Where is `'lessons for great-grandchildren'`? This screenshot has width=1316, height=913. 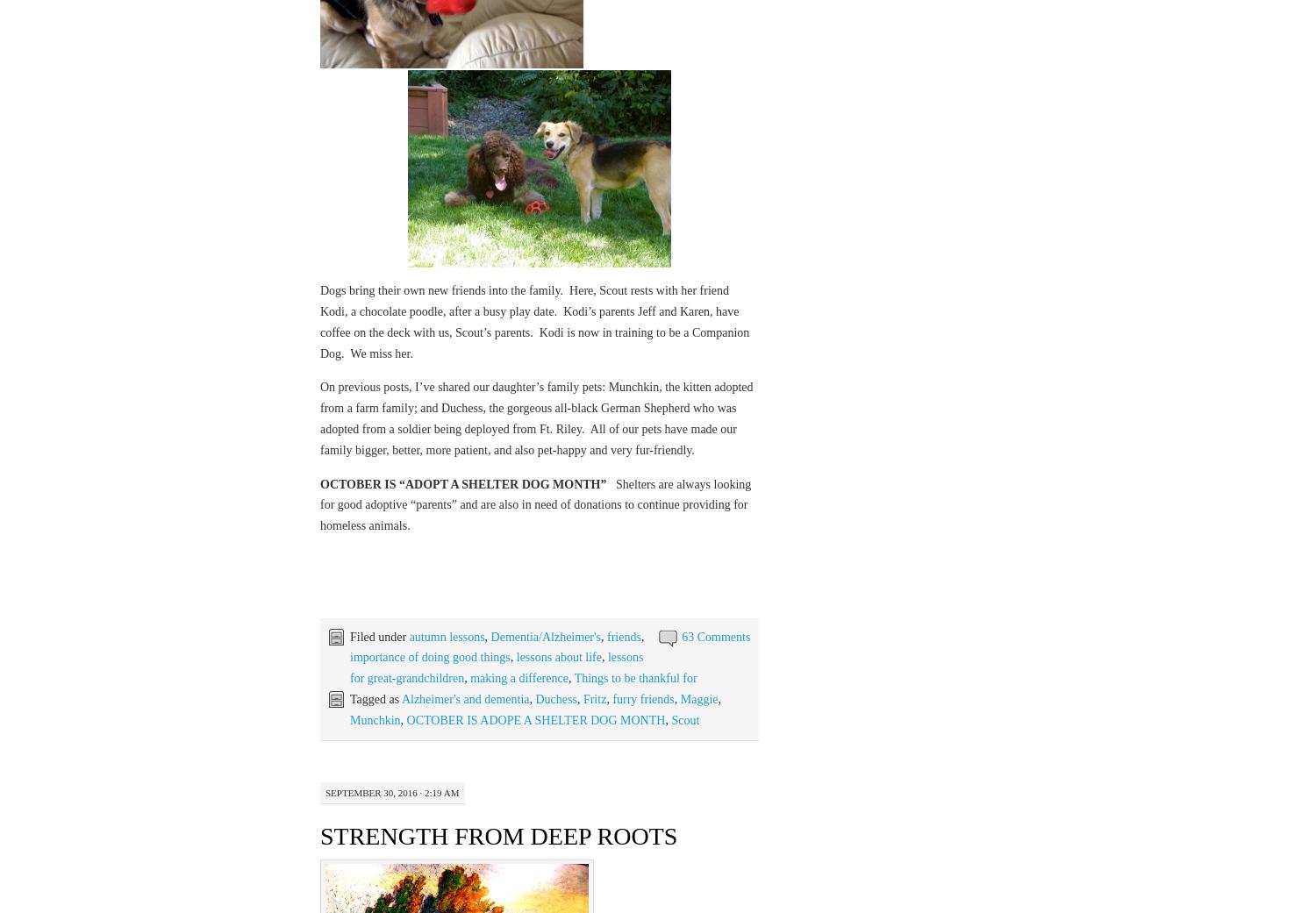
'lessons for great-grandchildren' is located at coordinates (495, 667).